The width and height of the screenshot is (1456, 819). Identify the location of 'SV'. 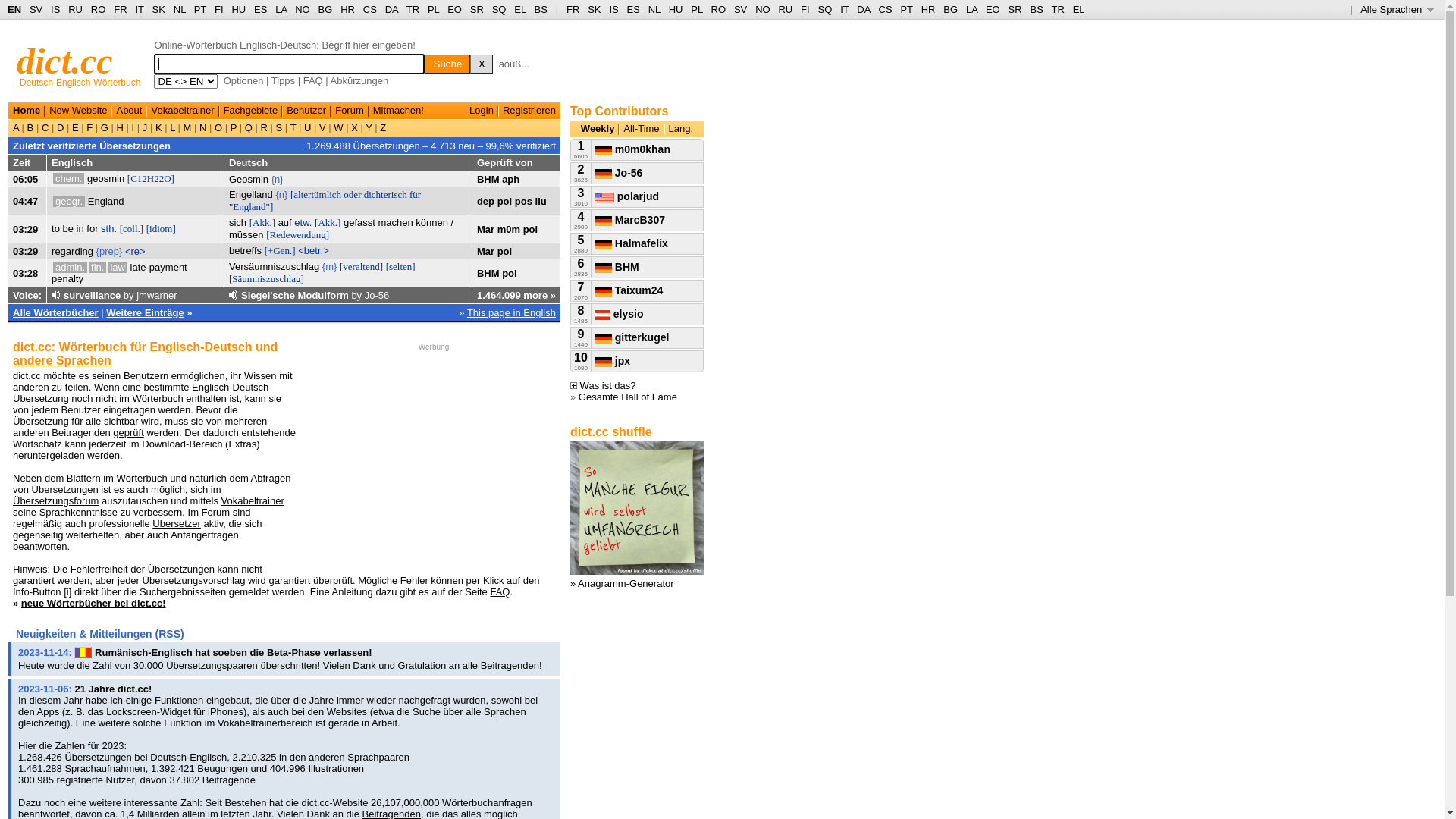
(36, 9).